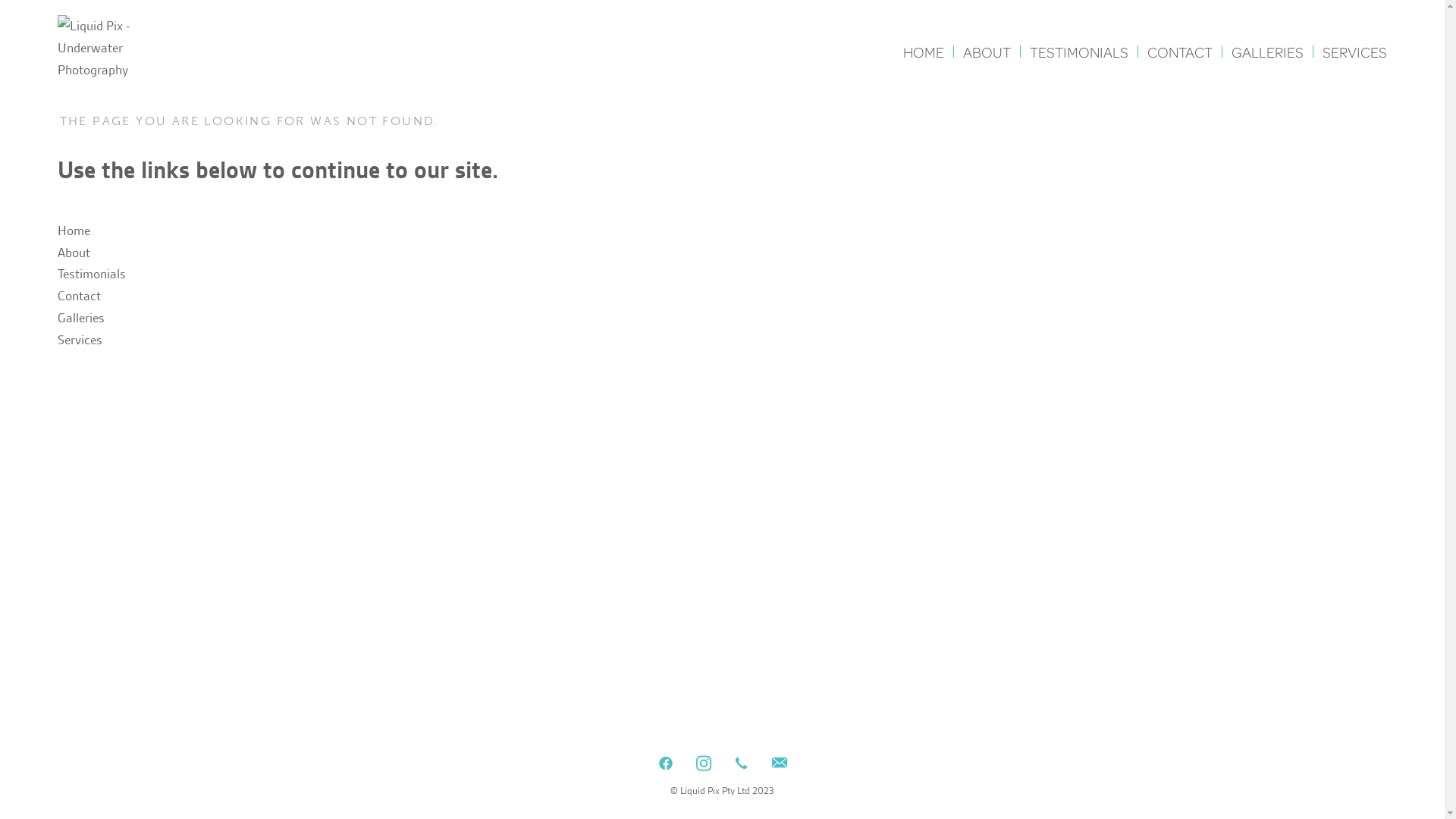 This screenshot has width=1456, height=819. What do you see at coordinates (73, 251) in the screenshot?
I see `'About'` at bounding box center [73, 251].